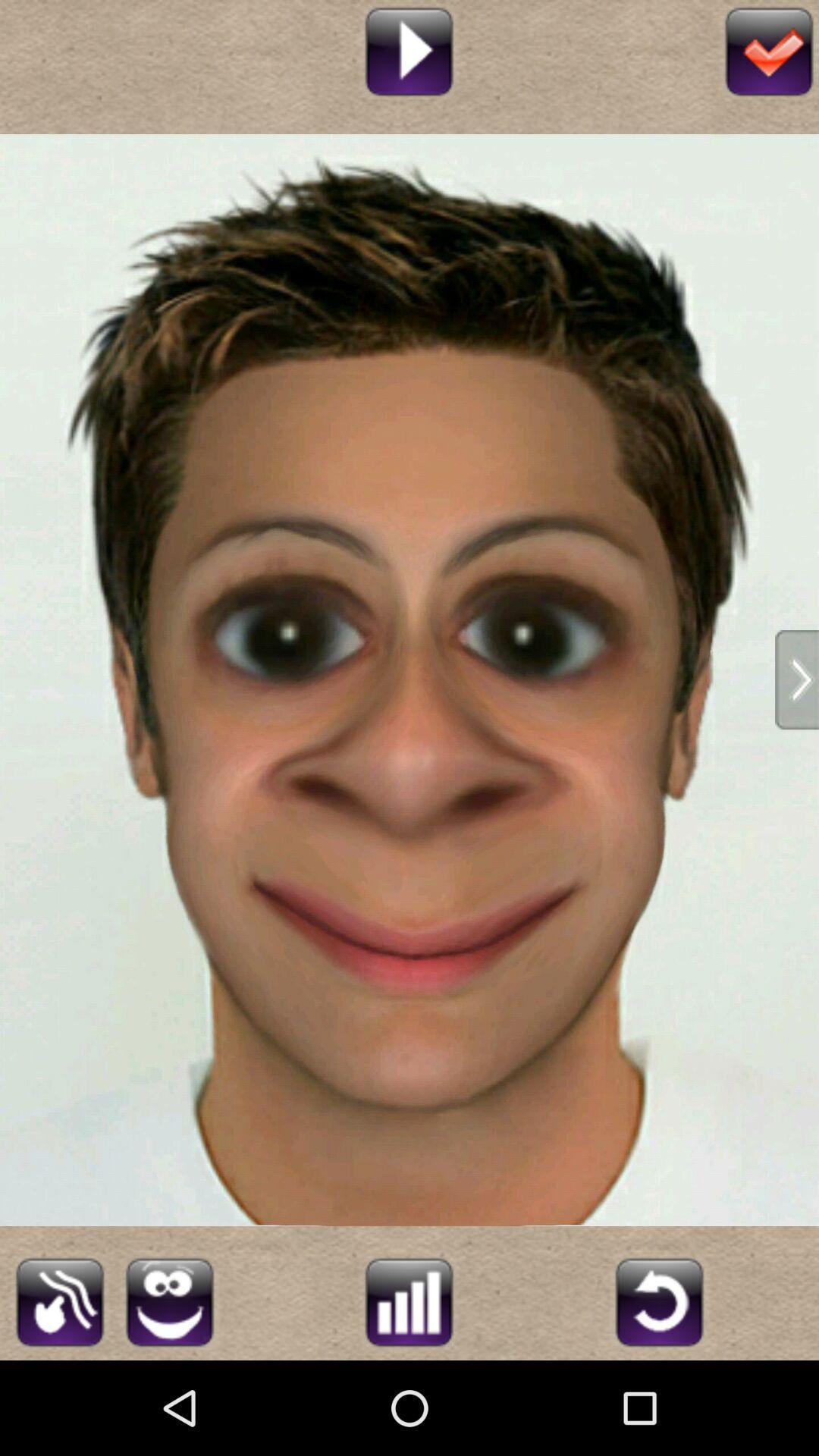 The image size is (819, 1456). What do you see at coordinates (658, 1299) in the screenshot?
I see `the icon at the bottom right corner` at bounding box center [658, 1299].